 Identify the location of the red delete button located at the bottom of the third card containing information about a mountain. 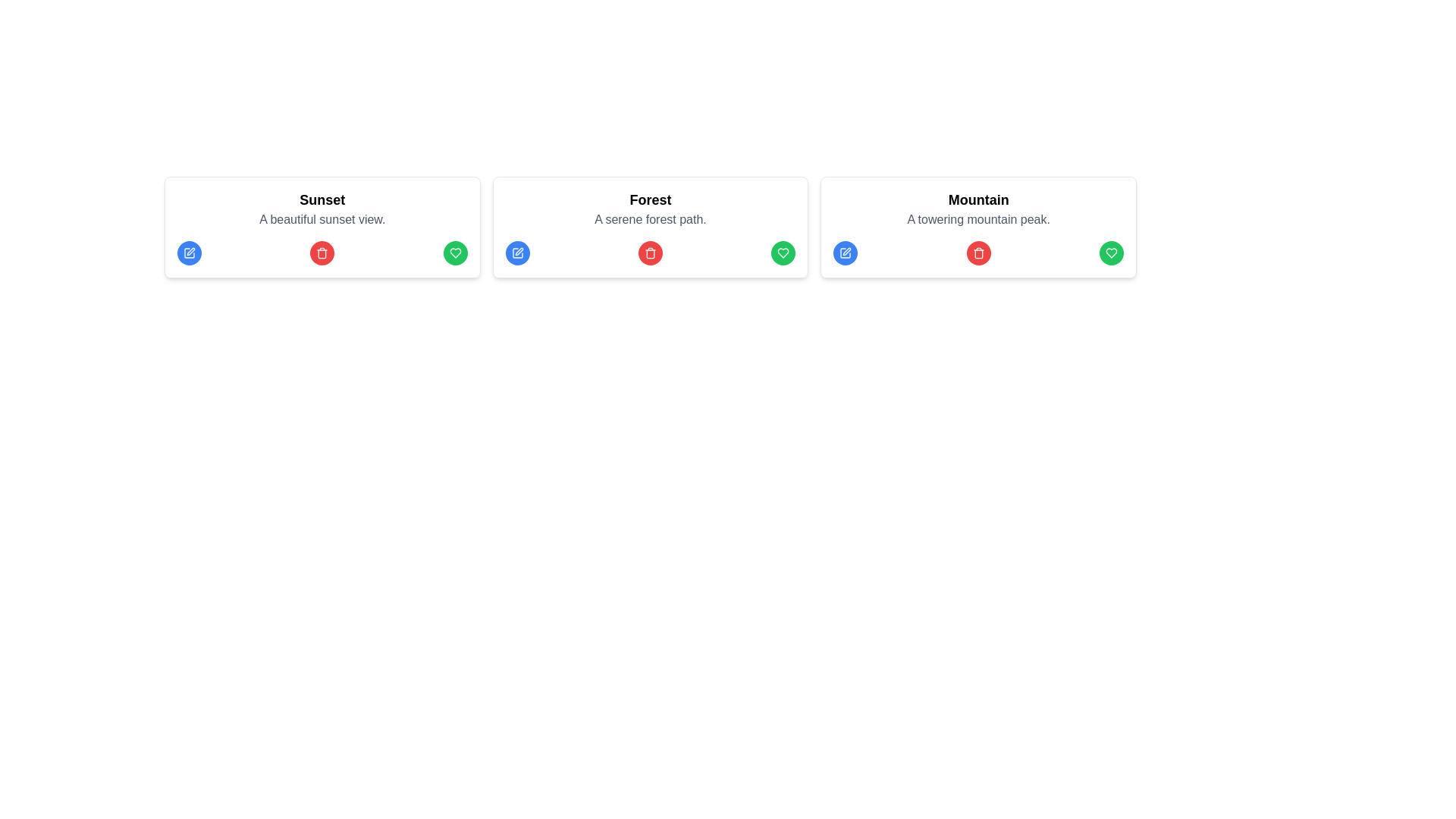
(978, 227).